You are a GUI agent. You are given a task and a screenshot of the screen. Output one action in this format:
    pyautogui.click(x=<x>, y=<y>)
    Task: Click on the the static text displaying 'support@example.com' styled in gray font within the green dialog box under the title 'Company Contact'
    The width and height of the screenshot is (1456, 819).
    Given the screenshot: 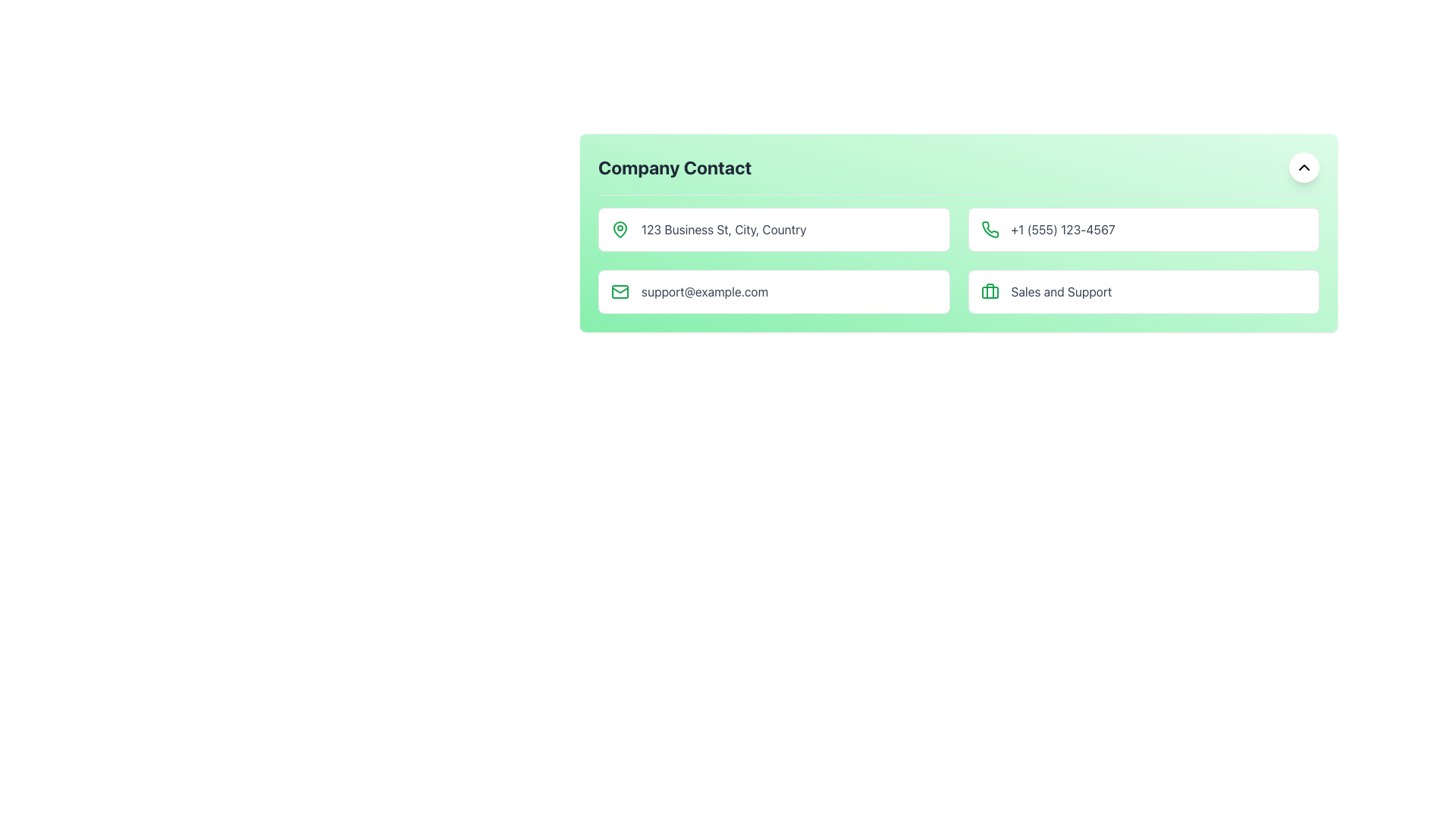 What is the action you would take?
    pyautogui.click(x=704, y=292)
    